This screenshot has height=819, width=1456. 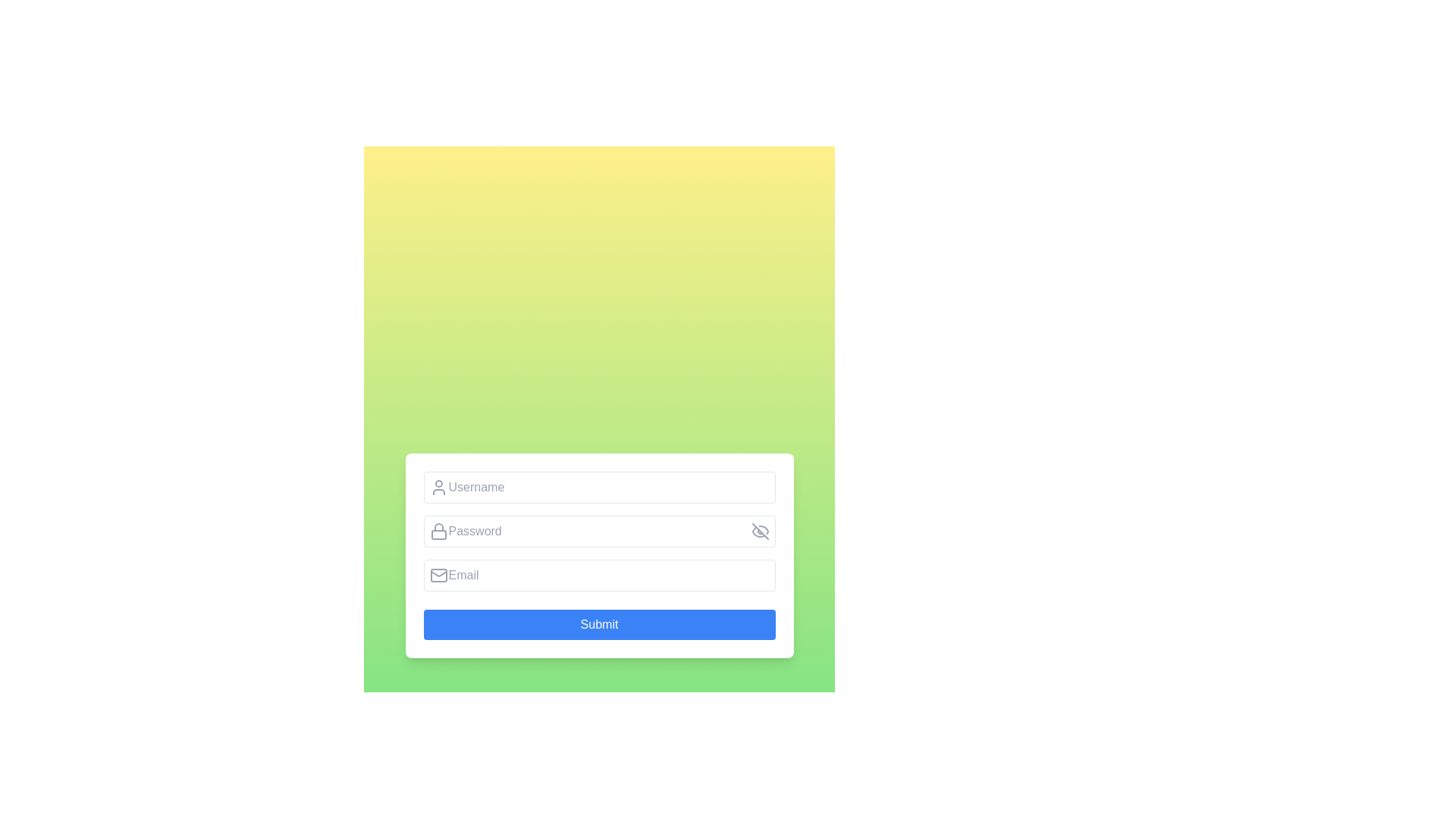 I want to click on the semi-circle arc graphic that represents the locked position in the lock icon, located above the rectangle forming the base of the lock, so click(x=438, y=526).